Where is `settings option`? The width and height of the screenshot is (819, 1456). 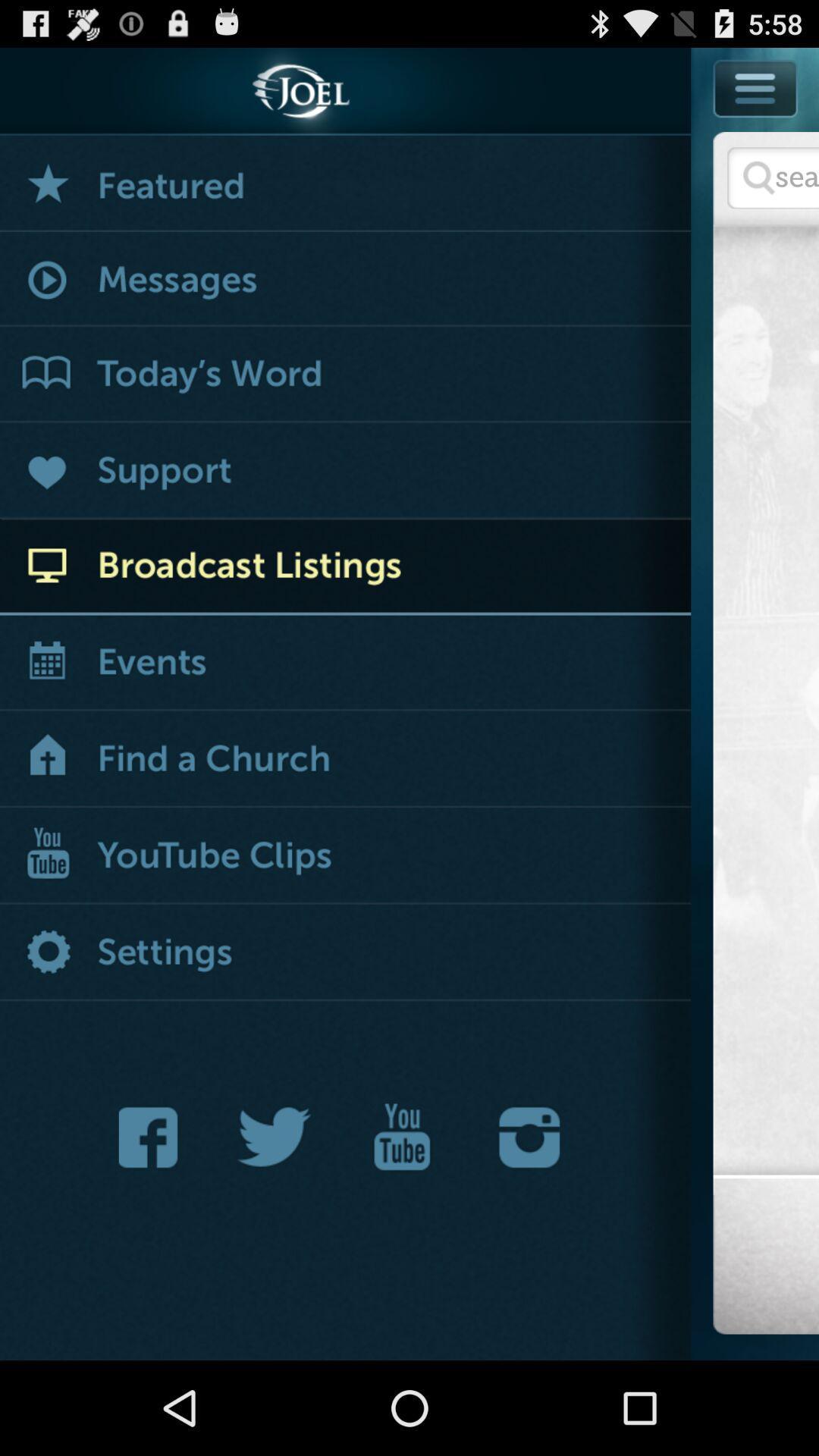 settings option is located at coordinates (345, 952).